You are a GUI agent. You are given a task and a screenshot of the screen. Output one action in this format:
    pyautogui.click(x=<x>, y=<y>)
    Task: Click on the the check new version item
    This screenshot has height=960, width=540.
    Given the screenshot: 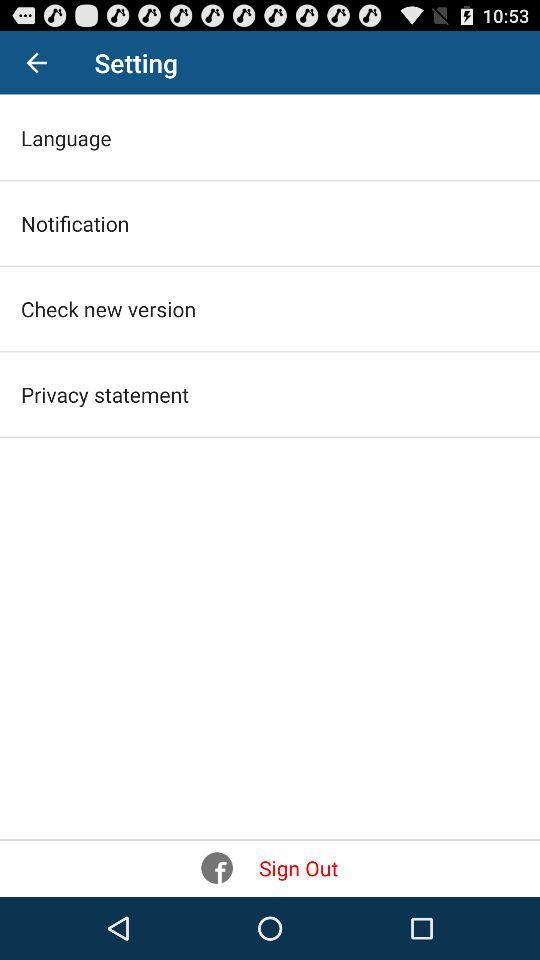 What is the action you would take?
    pyautogui.click(x=108, y=309)
    